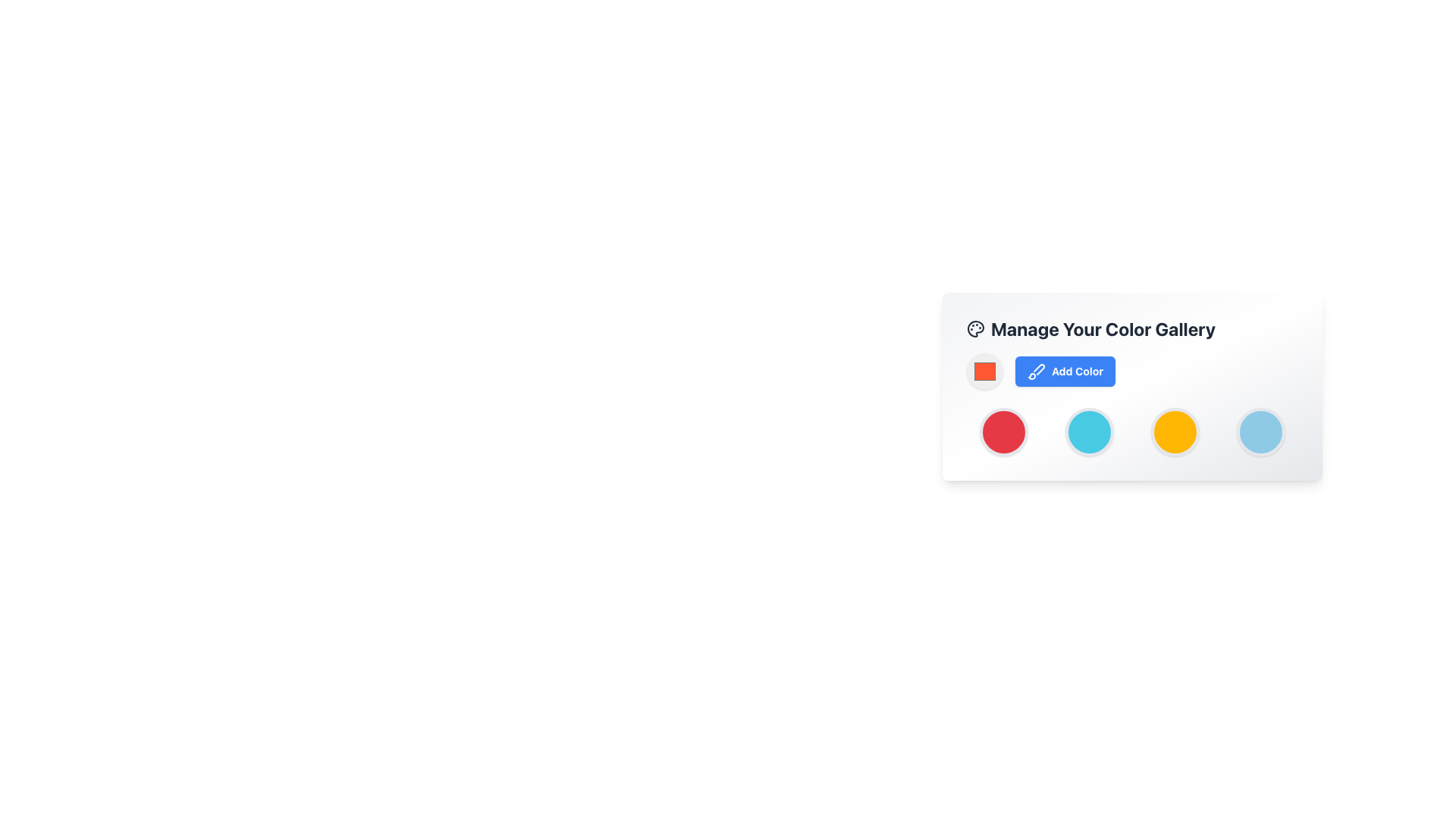  What do you see at coordinates (975, 328) in the screenshot?
I see `the Graphical Icon (SVG) resembling a palette with color slots located in the top-left corner of the 'Manage Your Color Gallery' card` at bounding box center [975, 328].